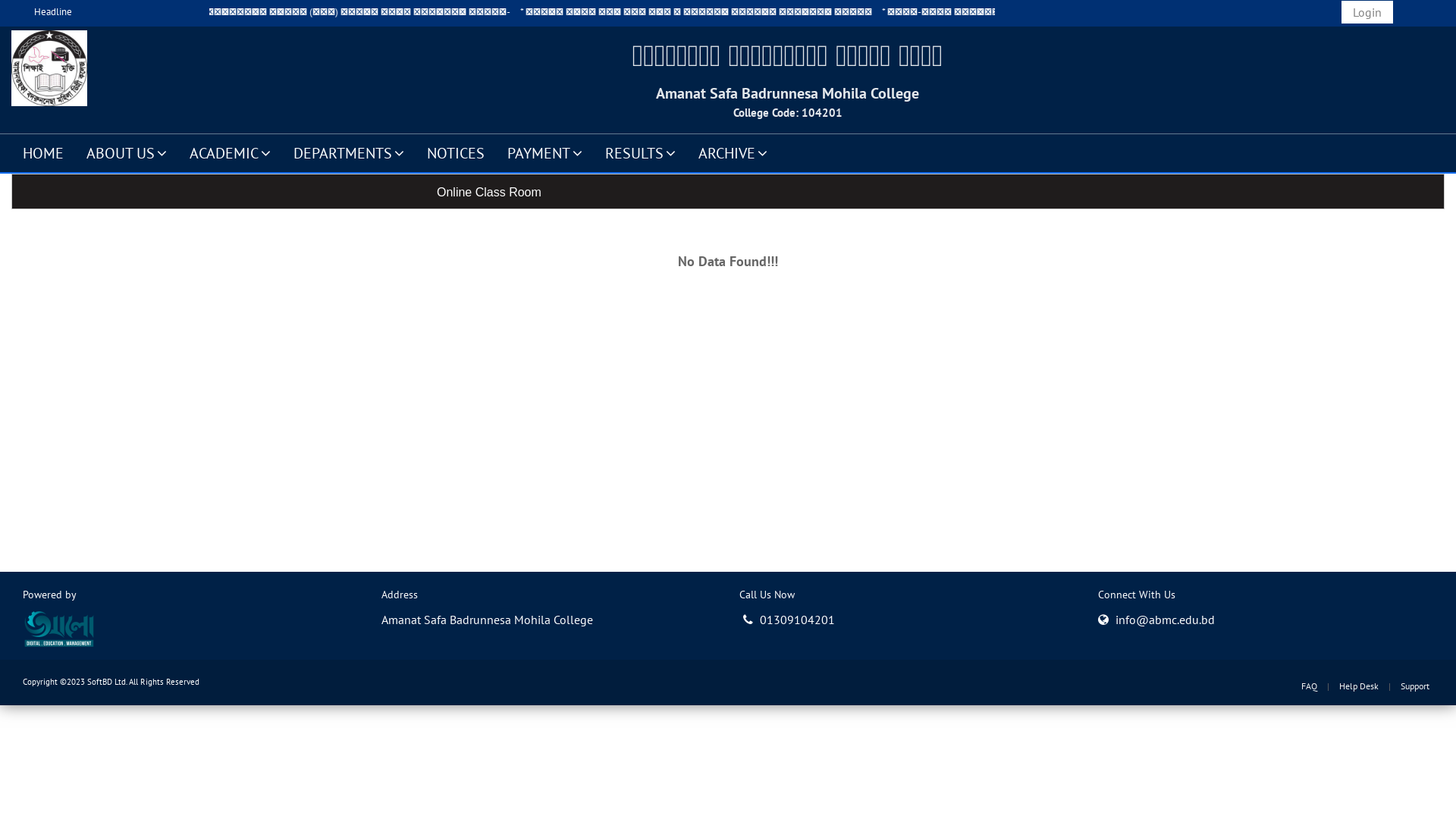 This screenshot has height=819, width=1456. Describe the element at coordinates (1414, 685) in the screenshot. I see `'Support'` at that location.